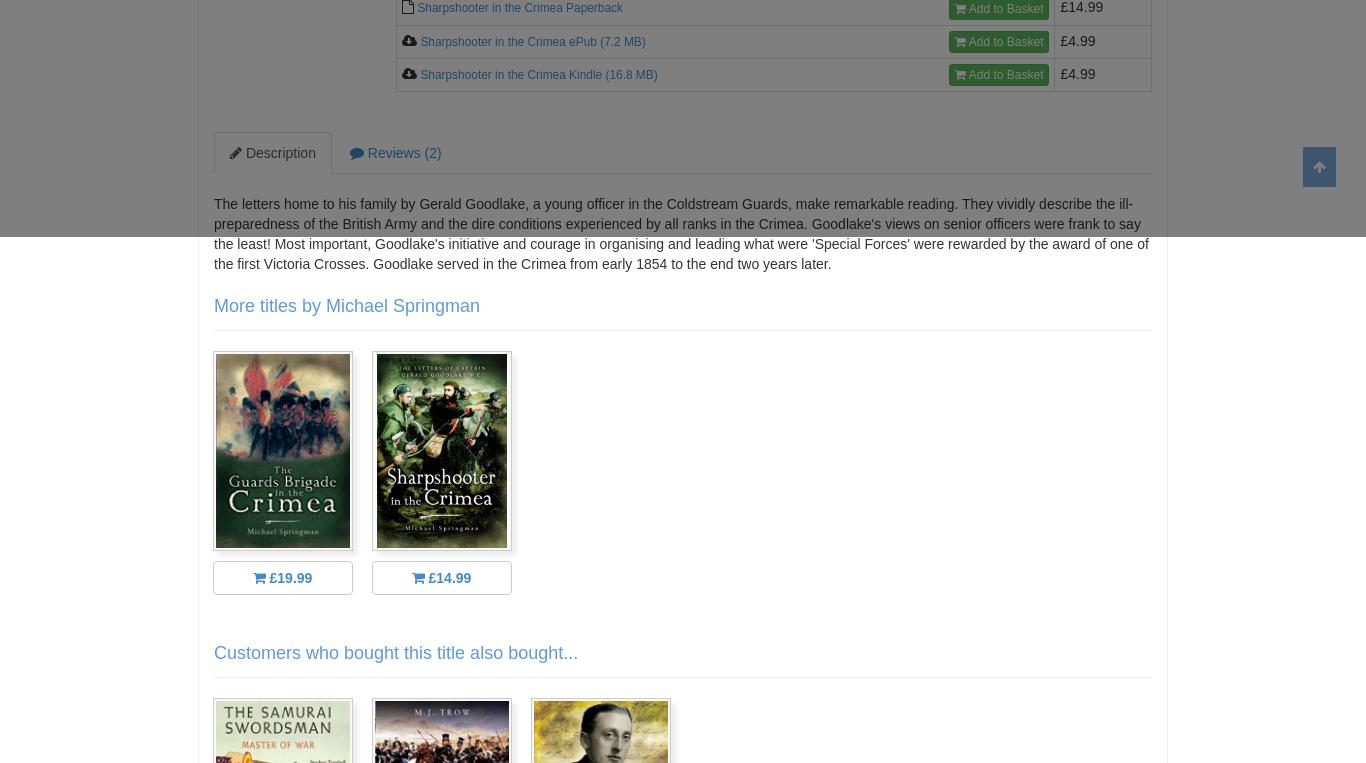  I want to click on 'Sharpshooter in the Crimea Paperback', so click(519, 7).